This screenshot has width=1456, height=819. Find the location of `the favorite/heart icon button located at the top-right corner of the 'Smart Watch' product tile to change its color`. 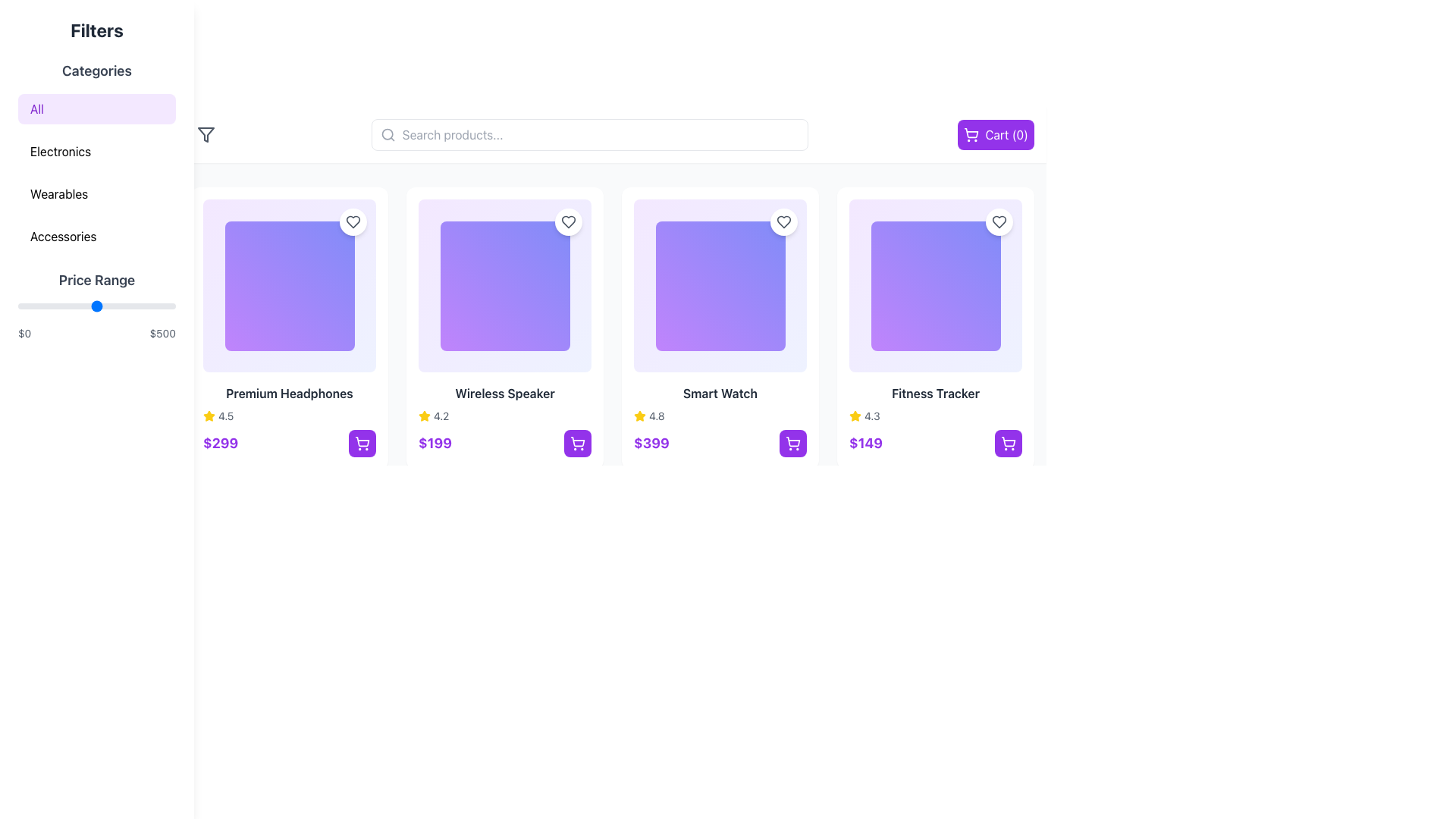

the favorite/heart icon button located at the top-right corner of the 'Smart Watch' product tile to change its color is located at coordinates (783, 222).